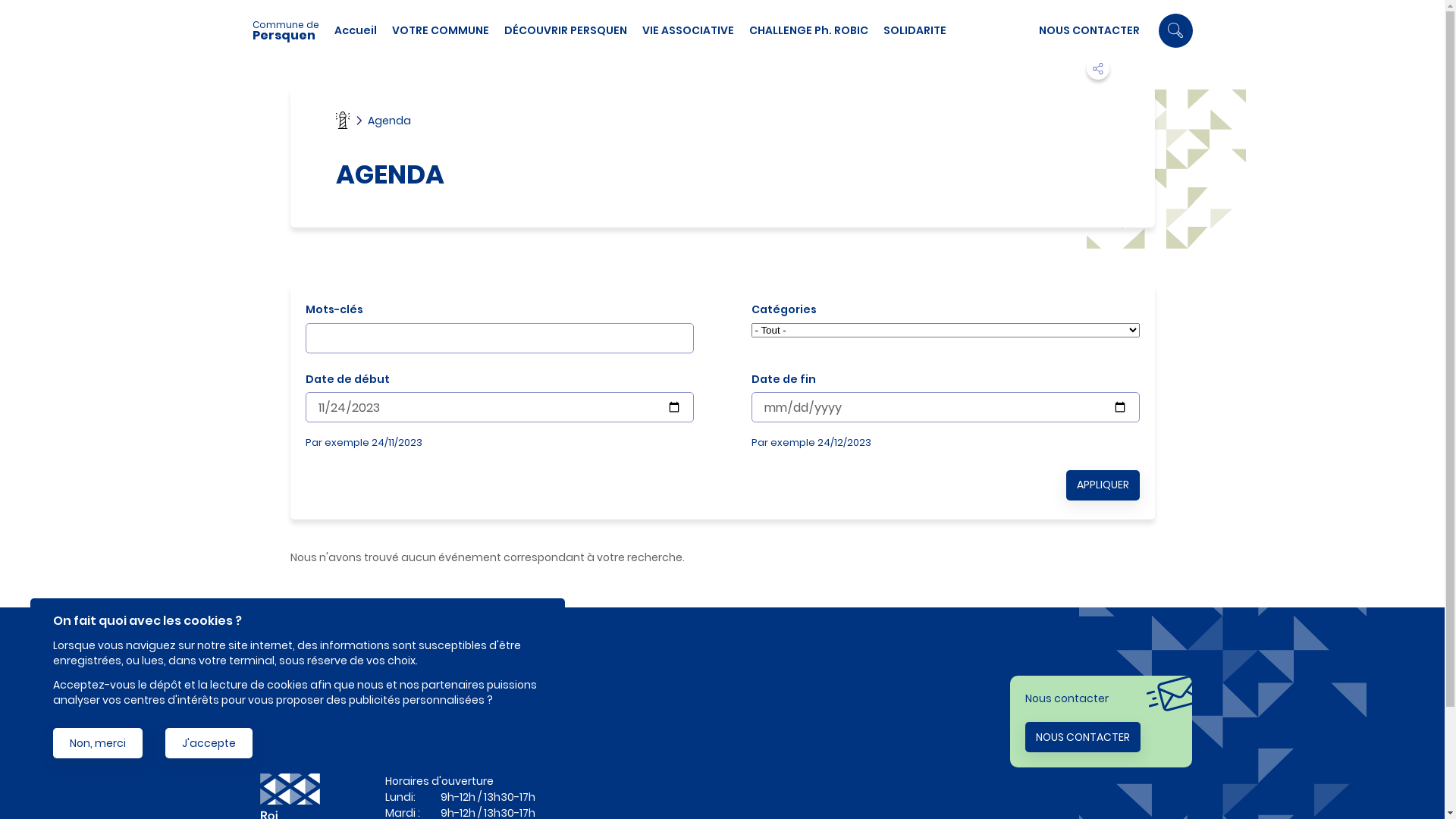 Image resolution: width=1456 pixels, height=819 pixels. What do you see at coordinates (1103, 485) in the screenshot?
I see `'APPLIQUER'` at bounding box center [1103, 485].